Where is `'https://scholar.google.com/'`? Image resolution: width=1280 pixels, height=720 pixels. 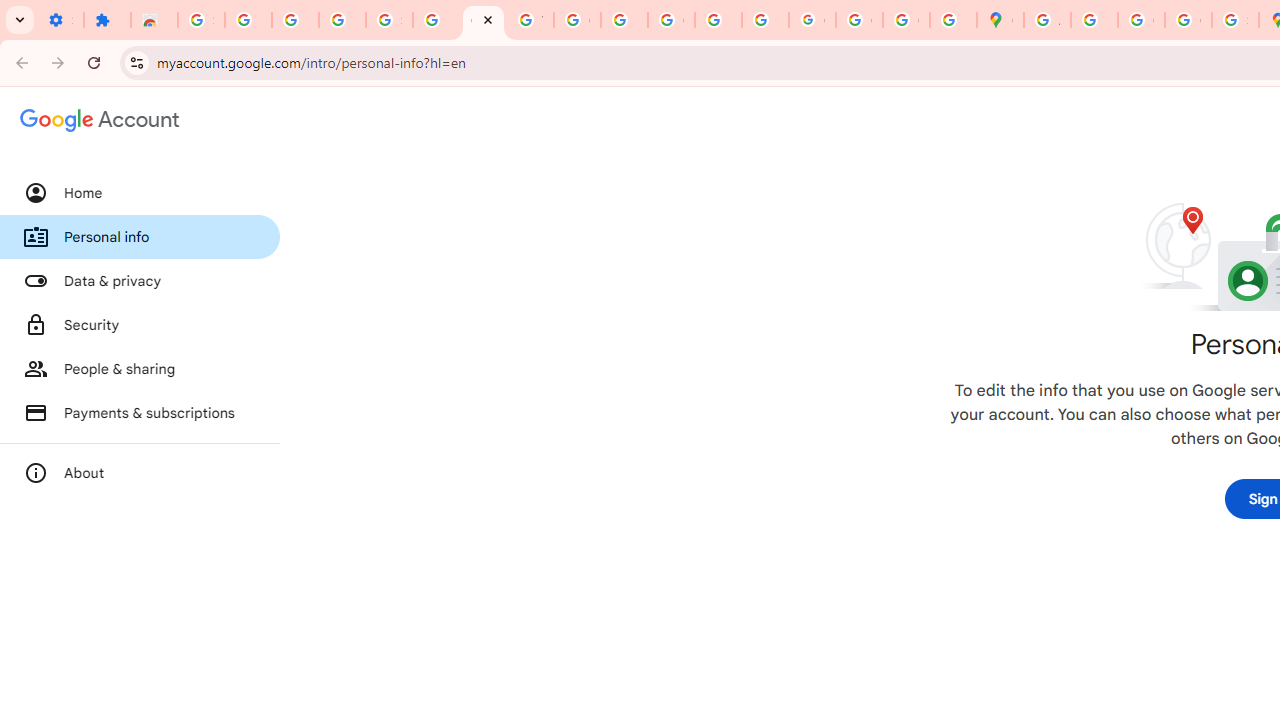 'https://scholar.google.com/' is located at coordinates (623, 20).